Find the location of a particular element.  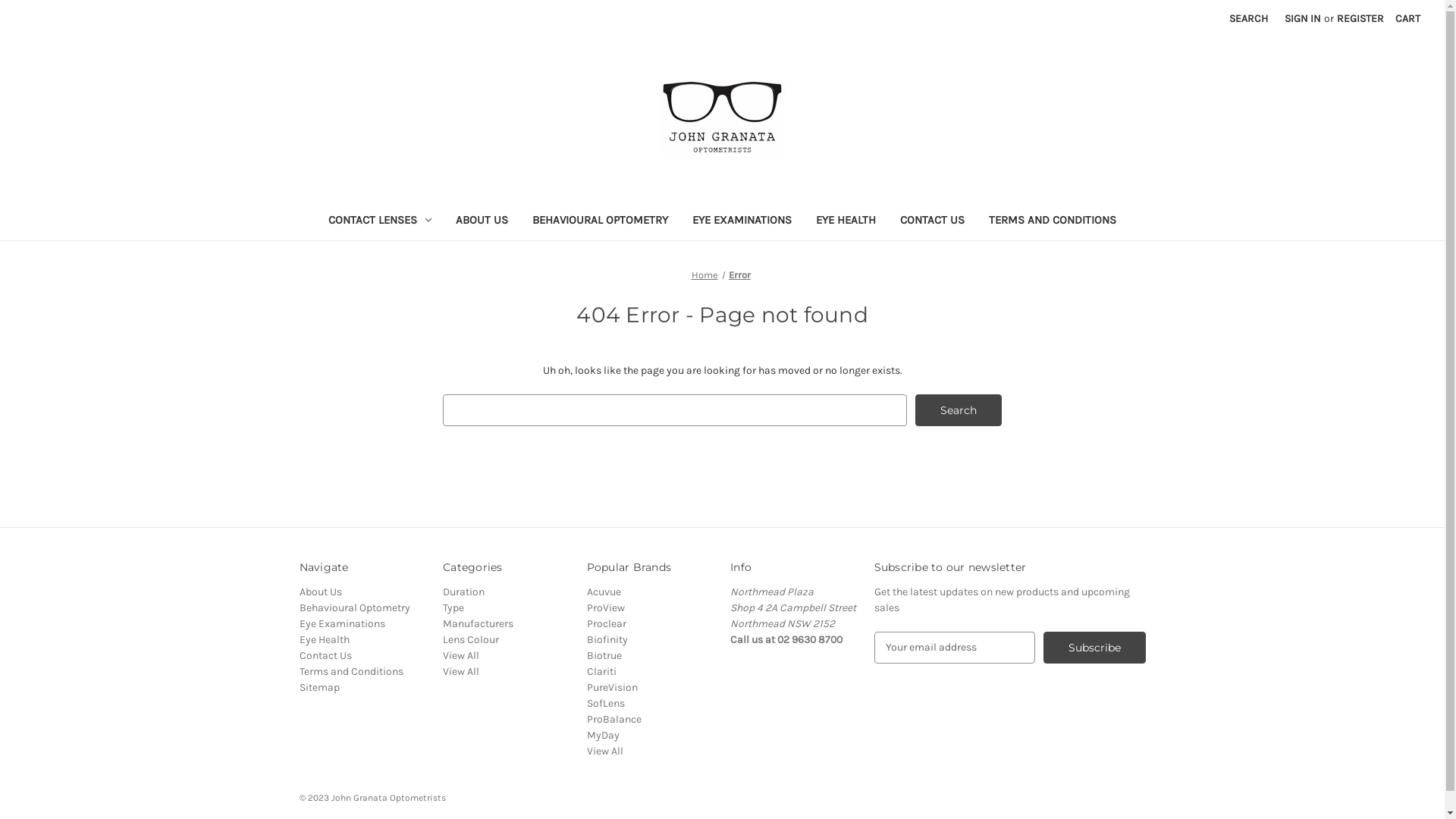

'ProView' is located at coordinates (585, 607).